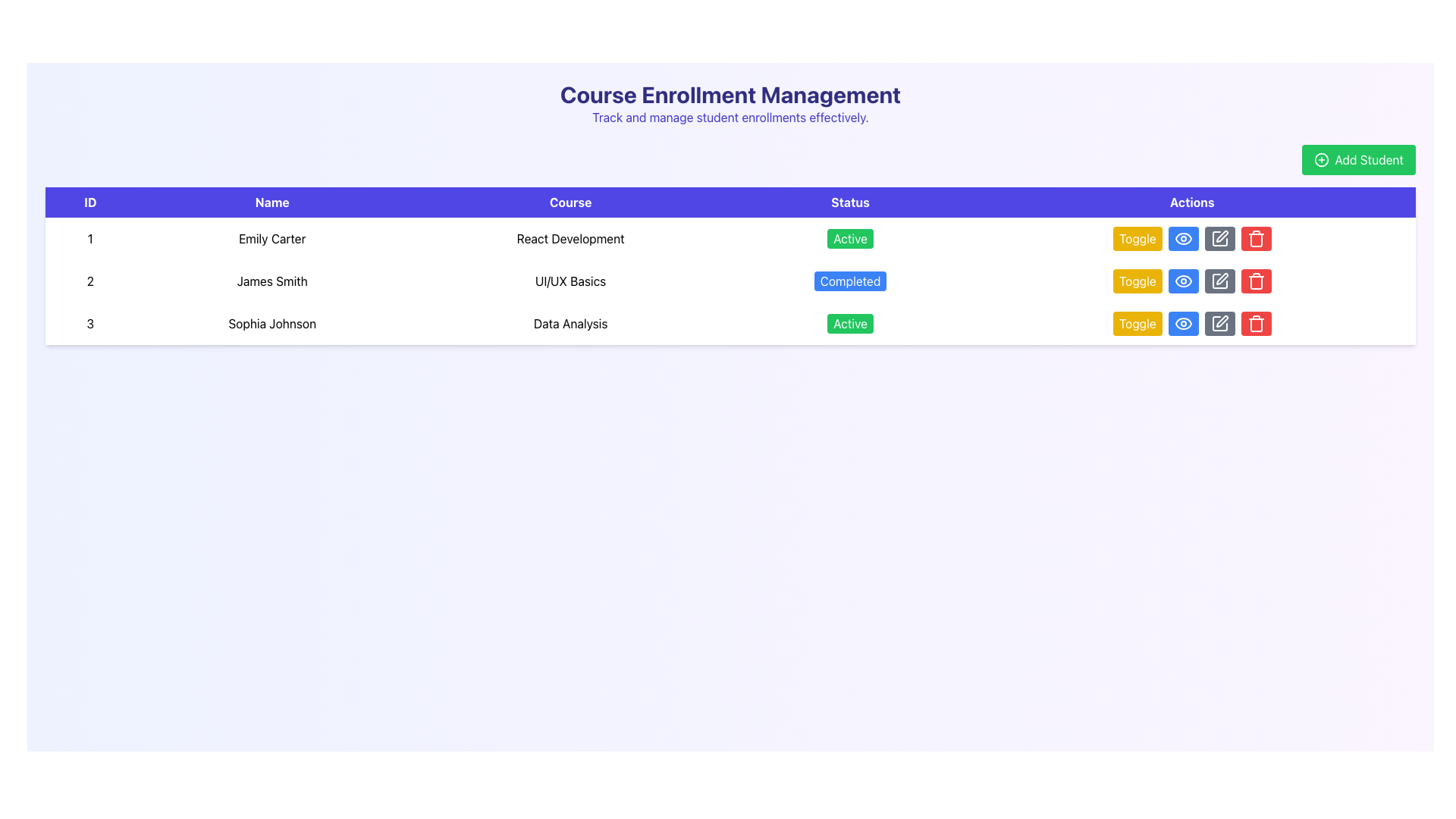 The height and width of the screenshot is (819, 1456). I want to click on the red button with a trash can icon to observe the hover effect, so click(1256, 281).